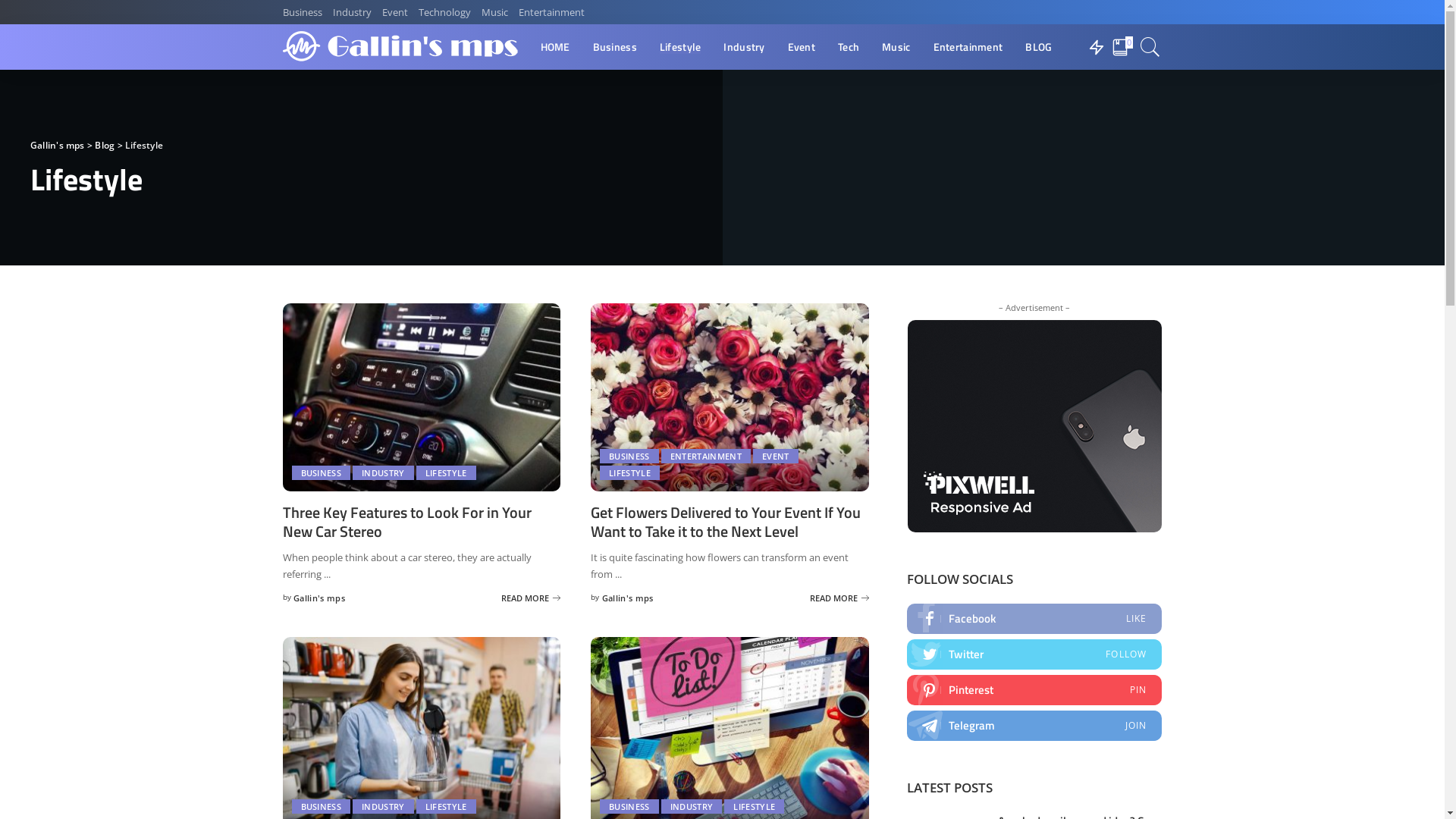  Describe the element at coordinates (1034, 654) in the screenshot. I see `'Twitter'` at that location.